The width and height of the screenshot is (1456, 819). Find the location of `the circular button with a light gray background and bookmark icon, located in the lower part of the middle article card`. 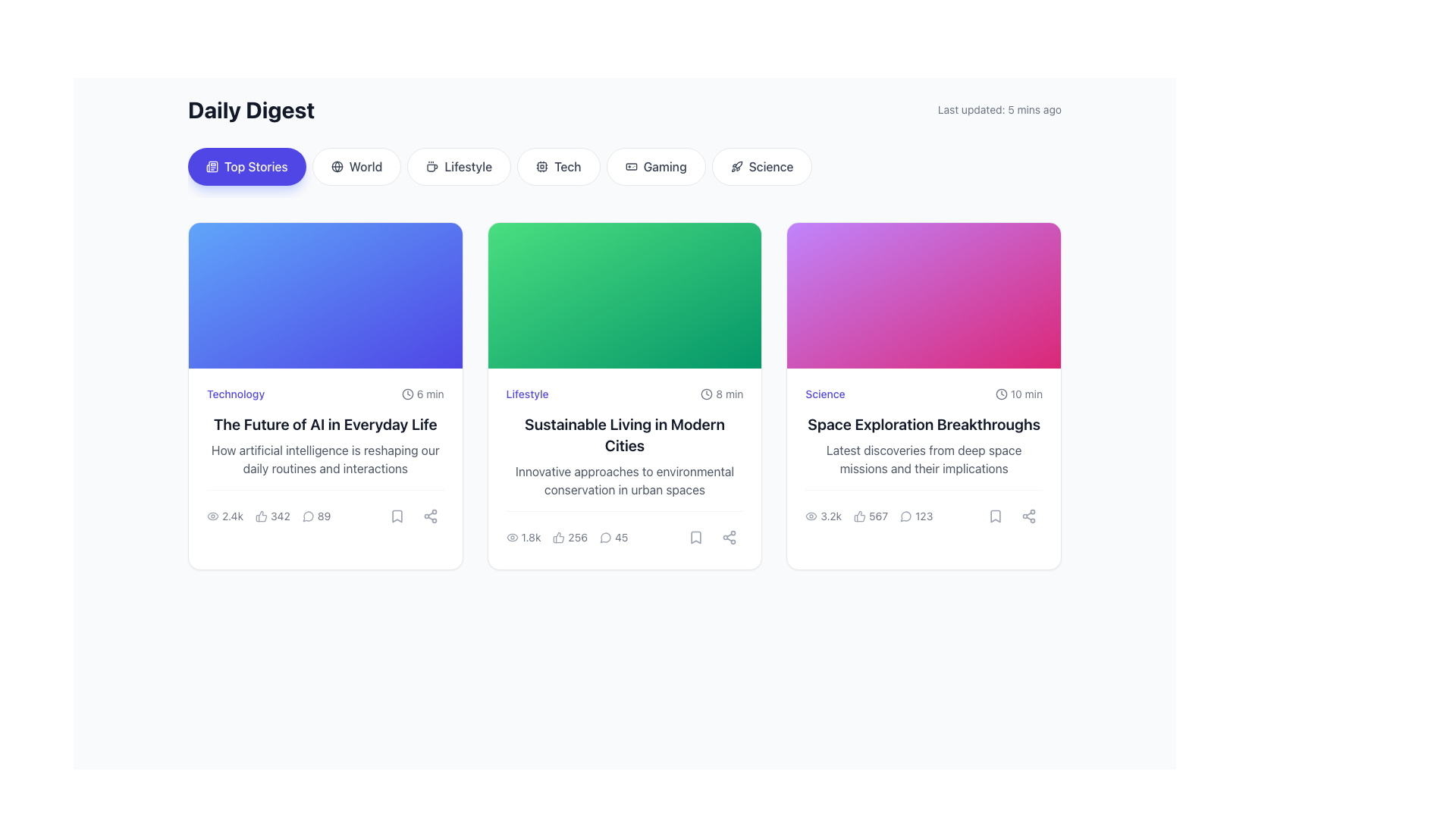

the circular button with a light gray background and bookmark icon, located in the lower part of the middle article card is located at coordinates (695, 537).